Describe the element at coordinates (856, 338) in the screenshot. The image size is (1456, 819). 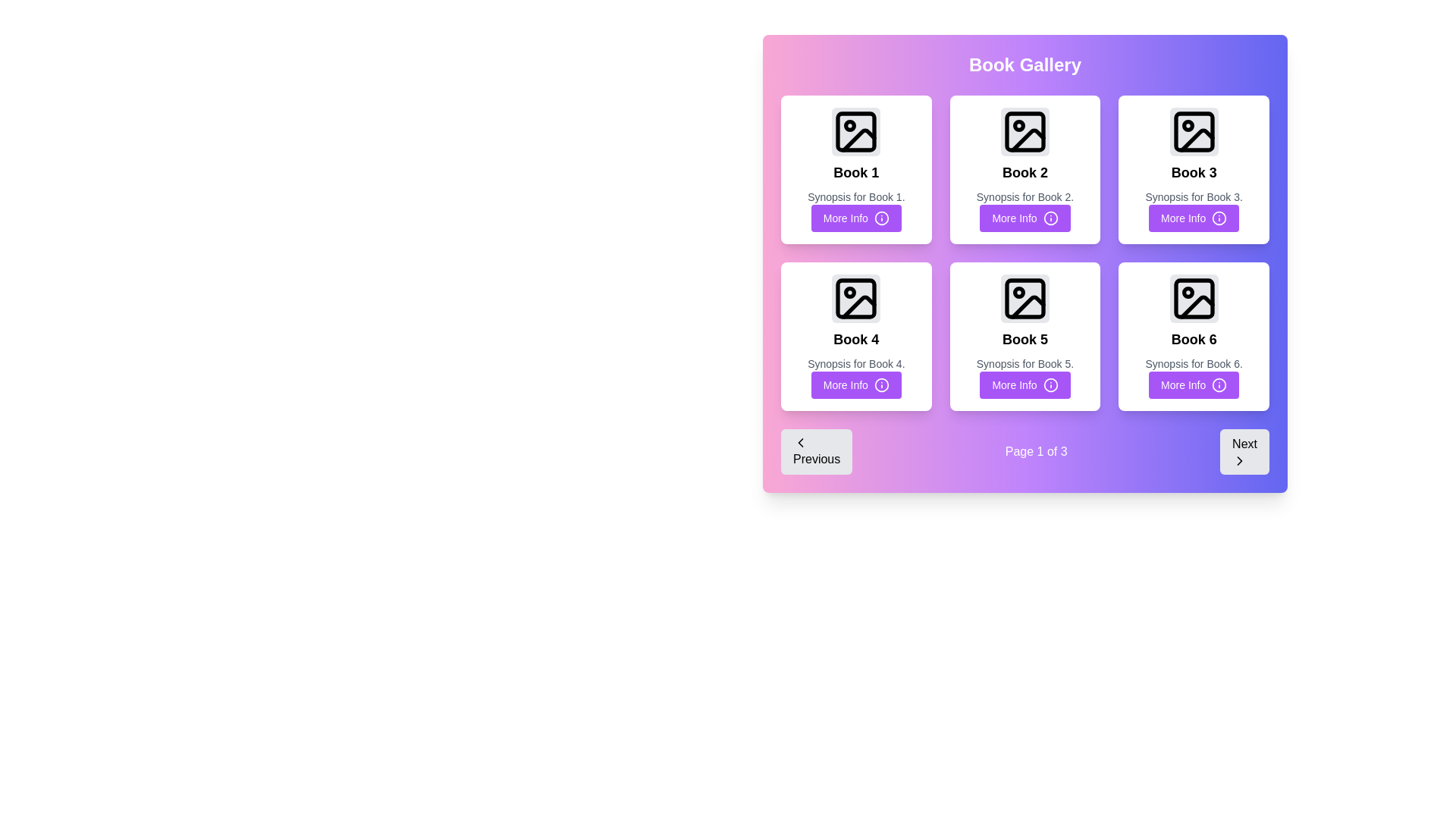
I see `text label displaying the book's name in the 'Book 4' card, located in the second row and first column of the grid layout` at that location.